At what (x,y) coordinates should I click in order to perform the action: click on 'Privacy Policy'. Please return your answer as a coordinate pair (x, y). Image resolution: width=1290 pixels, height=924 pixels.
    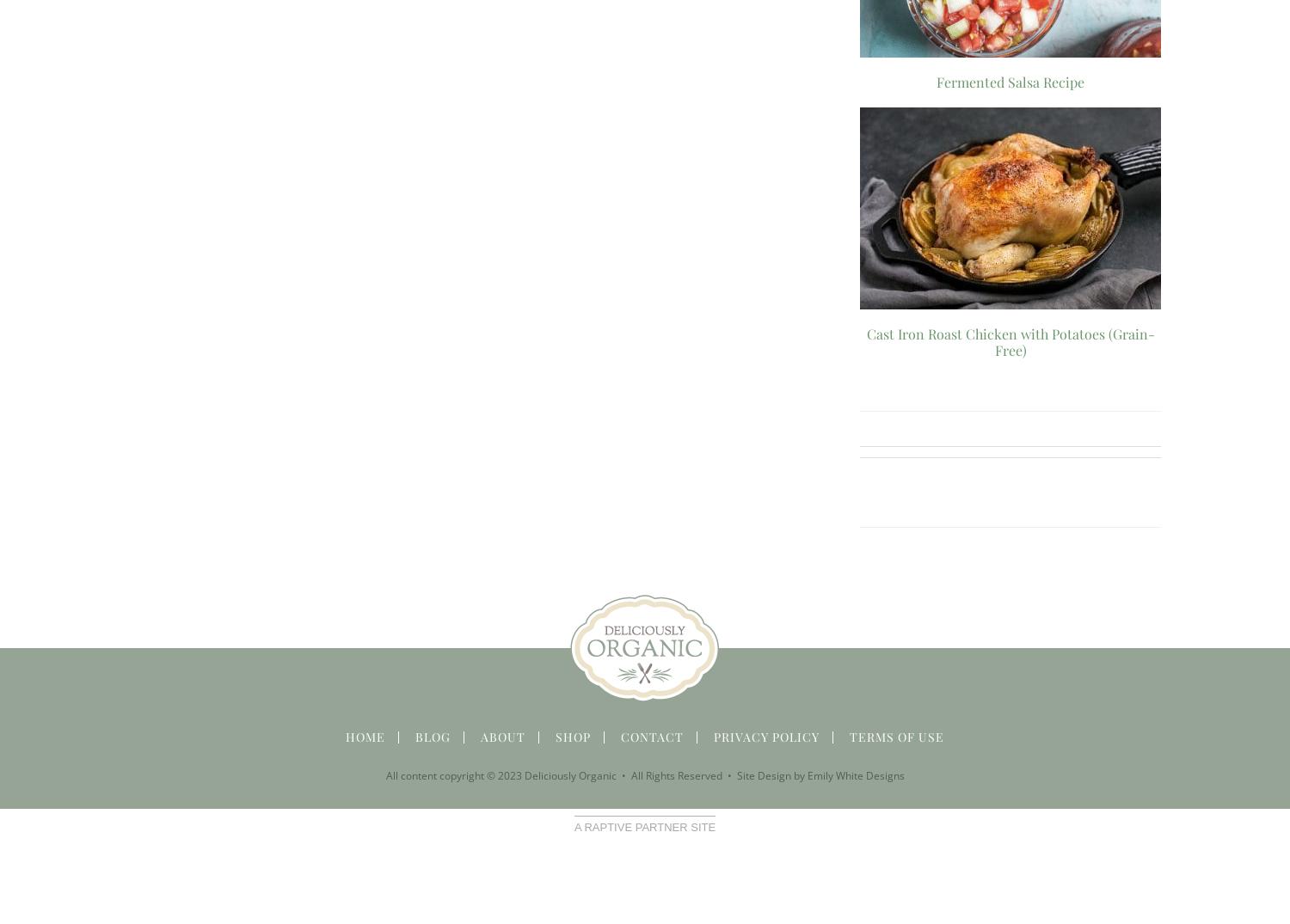
    Looking at the image, I should click on (766, 736).